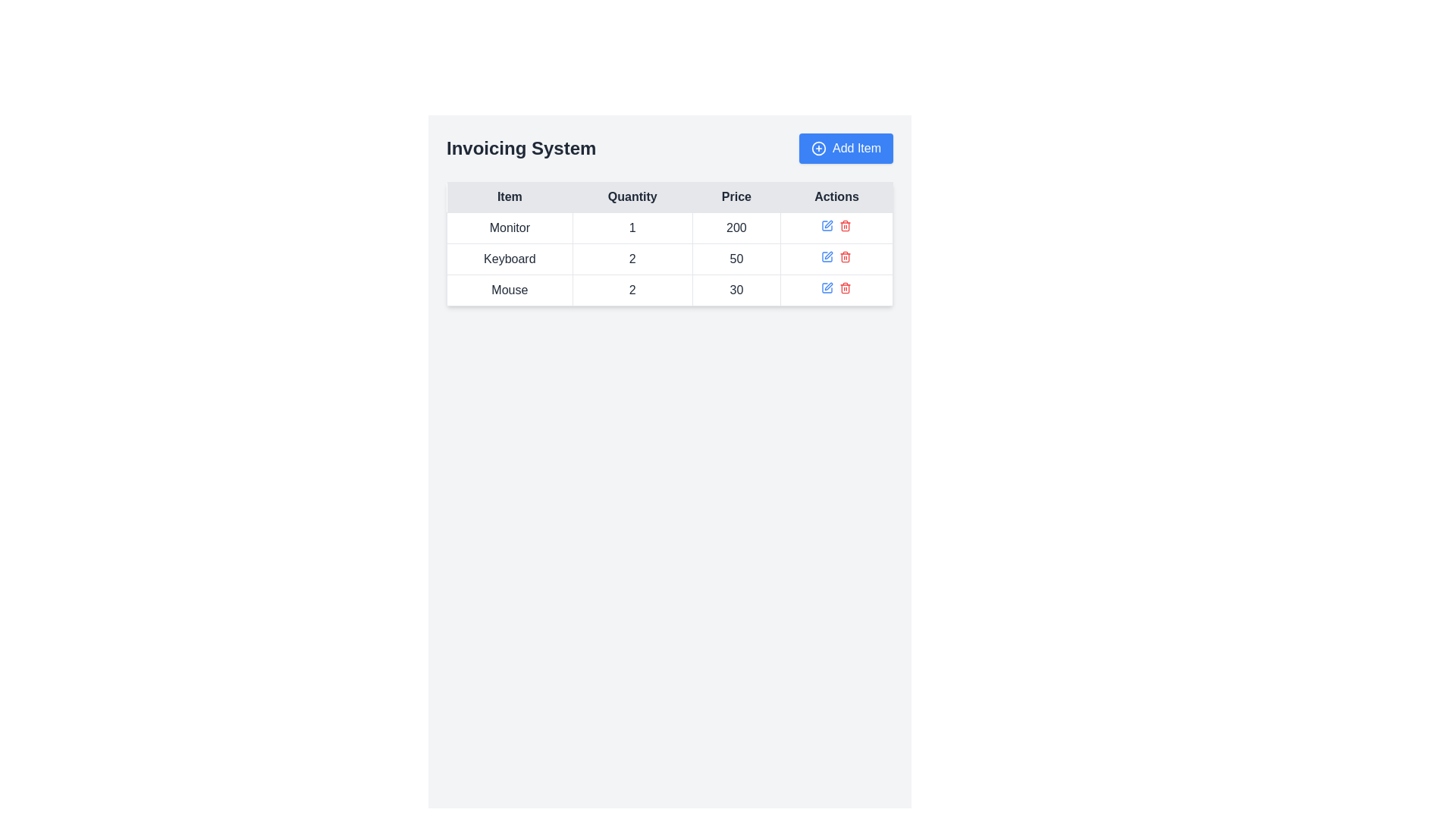 This screenshot has height=819, width=1456. I want to click on the '+' icon on the leftmost part of the 'Add Item' button, so click(818, 149).